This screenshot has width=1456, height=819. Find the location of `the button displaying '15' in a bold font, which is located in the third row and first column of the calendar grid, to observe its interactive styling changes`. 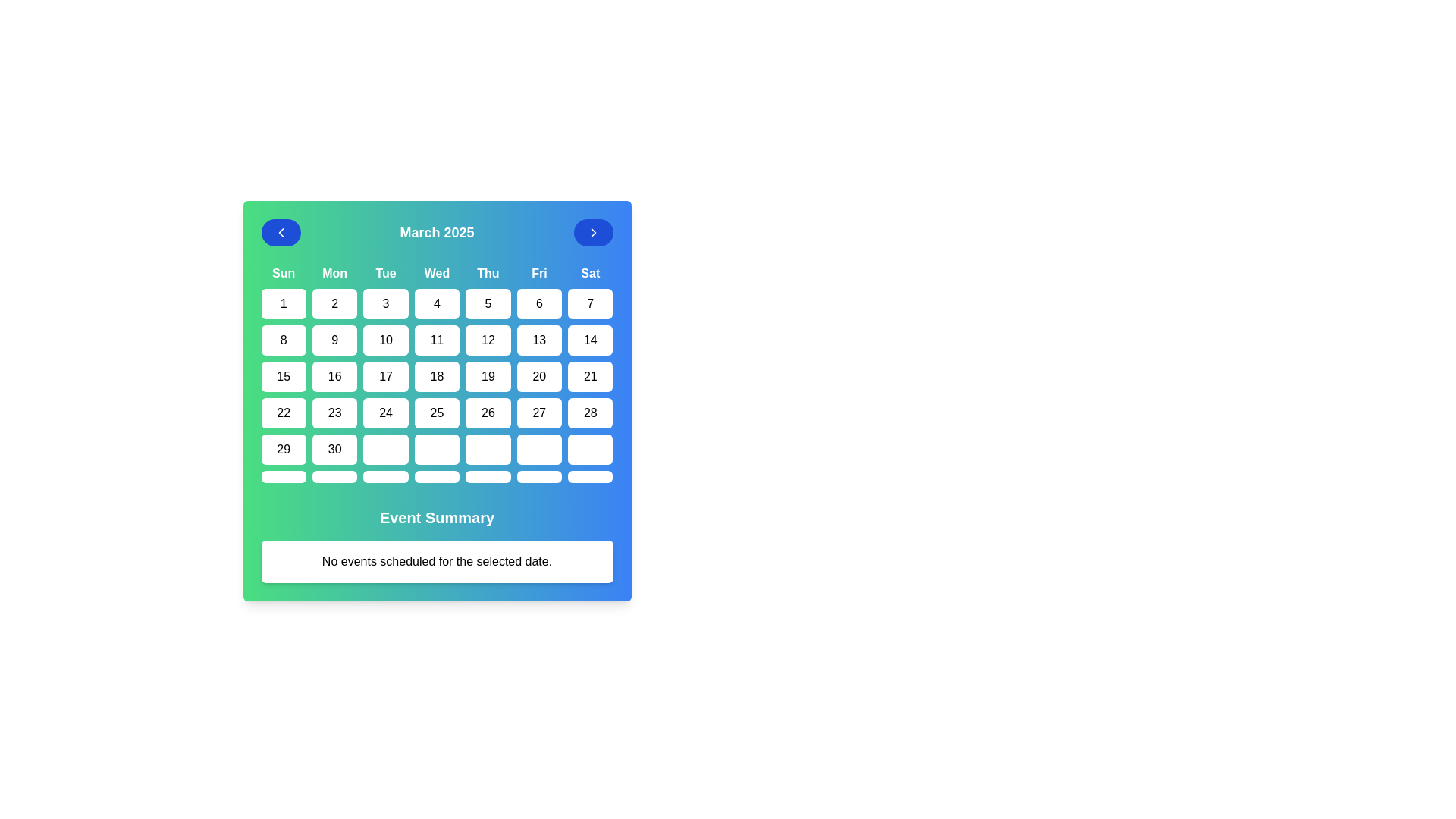

the button displaying '15' in a bold font, which is located in the third row and first column of the calendar grid, to observe its interactive styling changes is located at coordinates (284, 376).